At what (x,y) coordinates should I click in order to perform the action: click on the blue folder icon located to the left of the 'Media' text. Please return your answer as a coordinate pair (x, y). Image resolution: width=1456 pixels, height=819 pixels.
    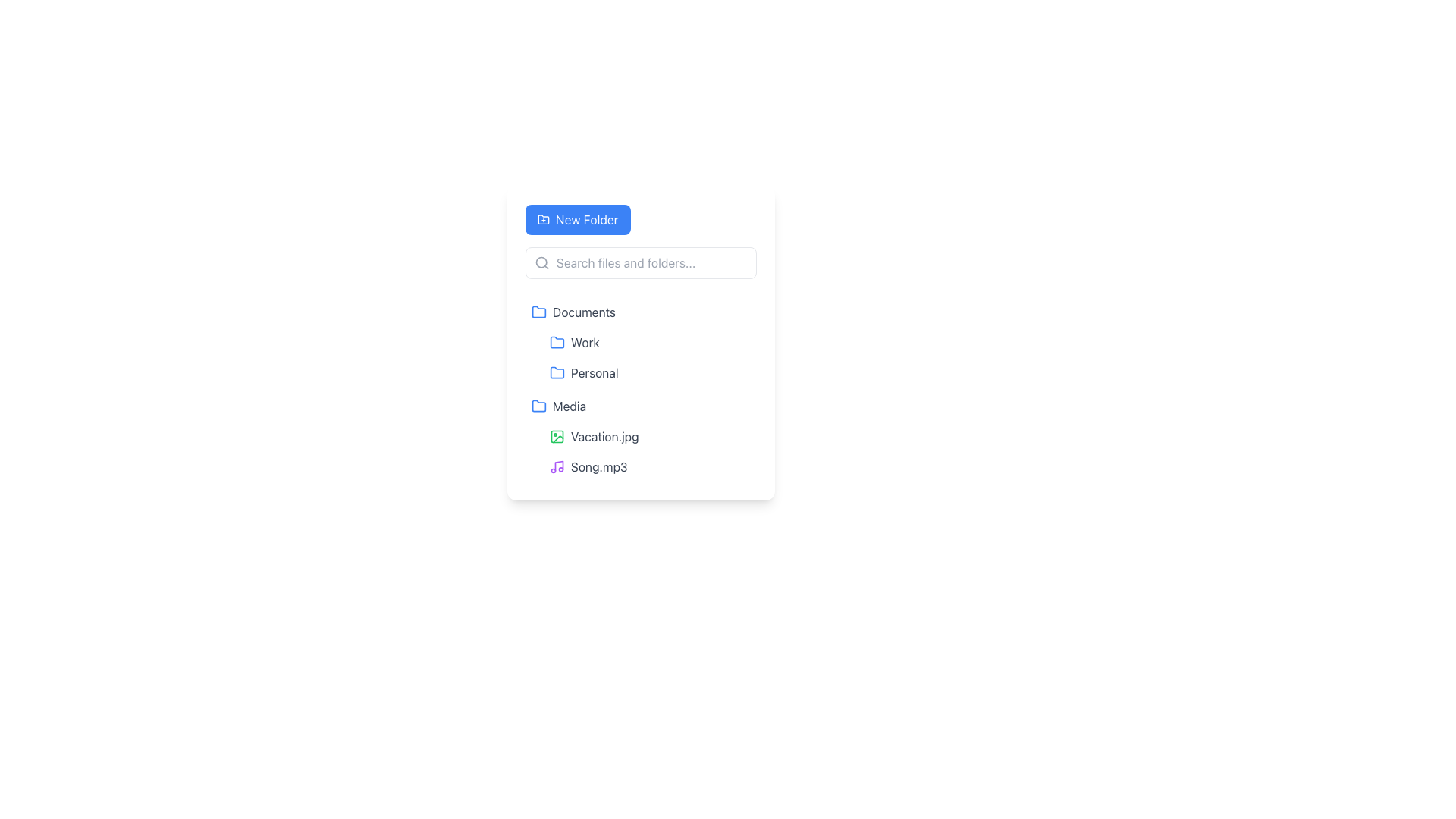
    Looking at the image, I should click on (538, 406).